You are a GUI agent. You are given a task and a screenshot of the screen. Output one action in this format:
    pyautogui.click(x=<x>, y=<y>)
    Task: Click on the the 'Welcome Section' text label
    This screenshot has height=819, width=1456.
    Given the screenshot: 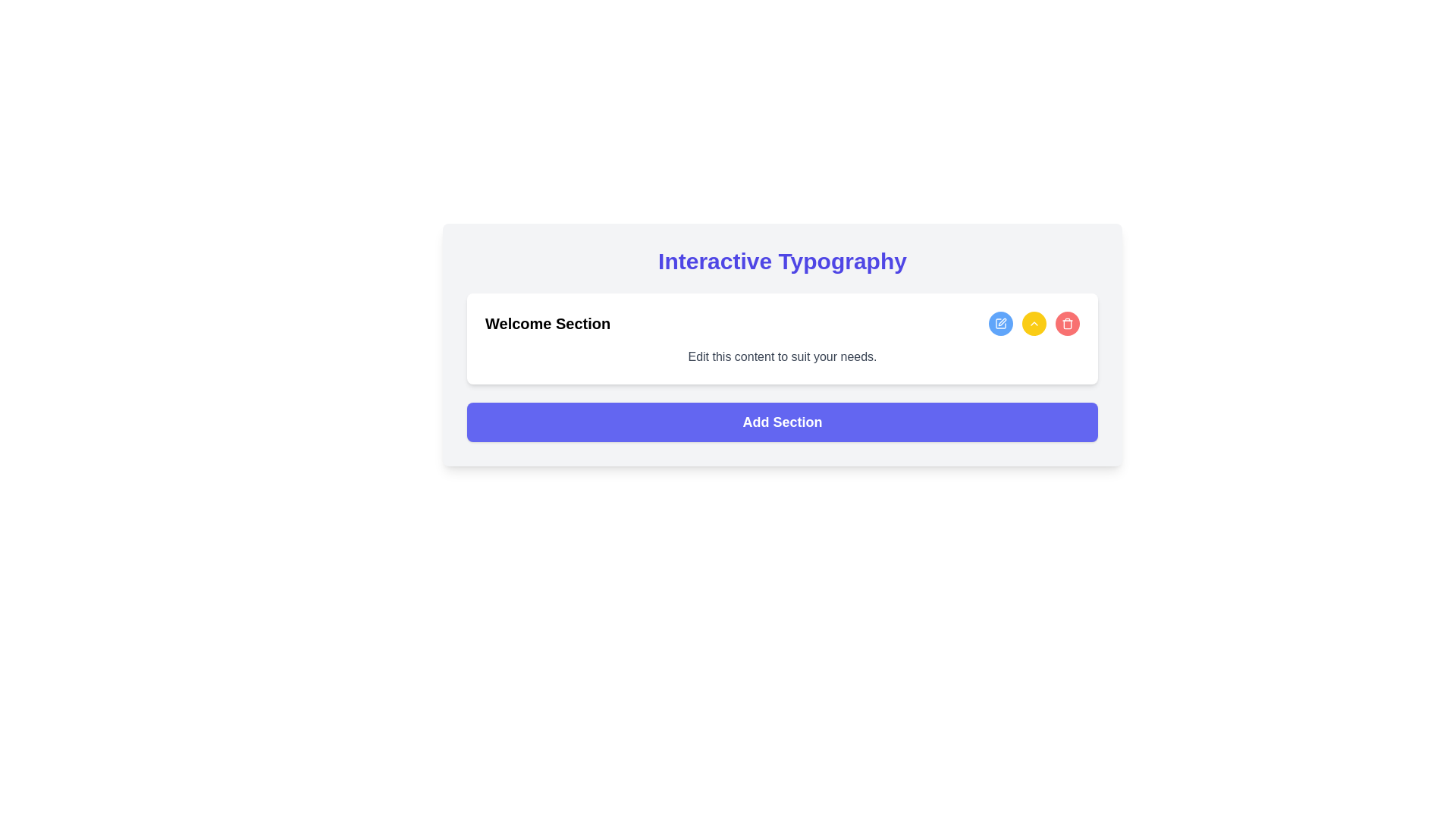 What is the action you would take?
    pyautogui.click(x=547, y=323)
    